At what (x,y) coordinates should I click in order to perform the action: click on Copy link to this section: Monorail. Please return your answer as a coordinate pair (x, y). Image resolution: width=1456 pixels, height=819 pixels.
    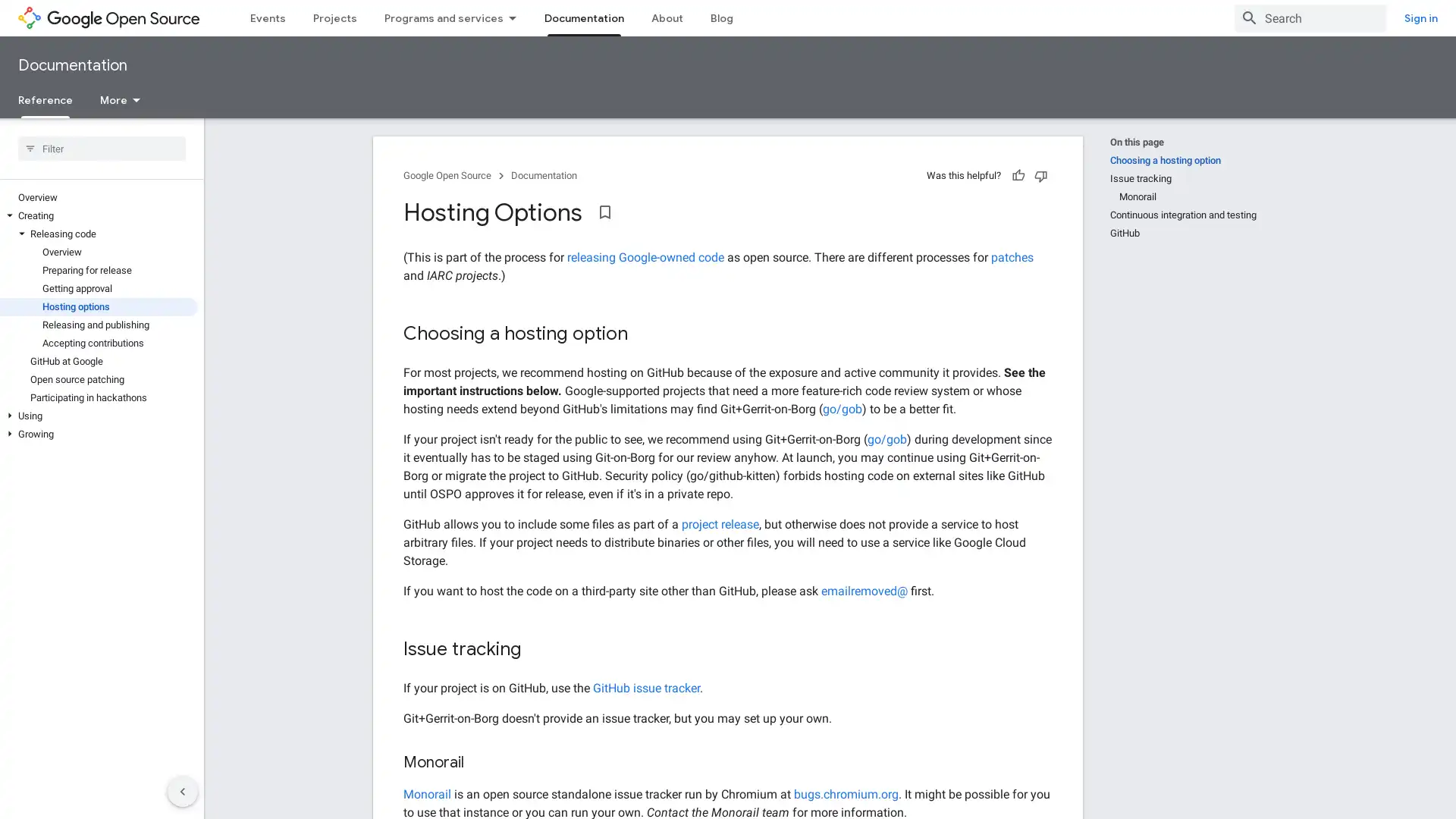
    Looking at the image, I should click on (479, 763).